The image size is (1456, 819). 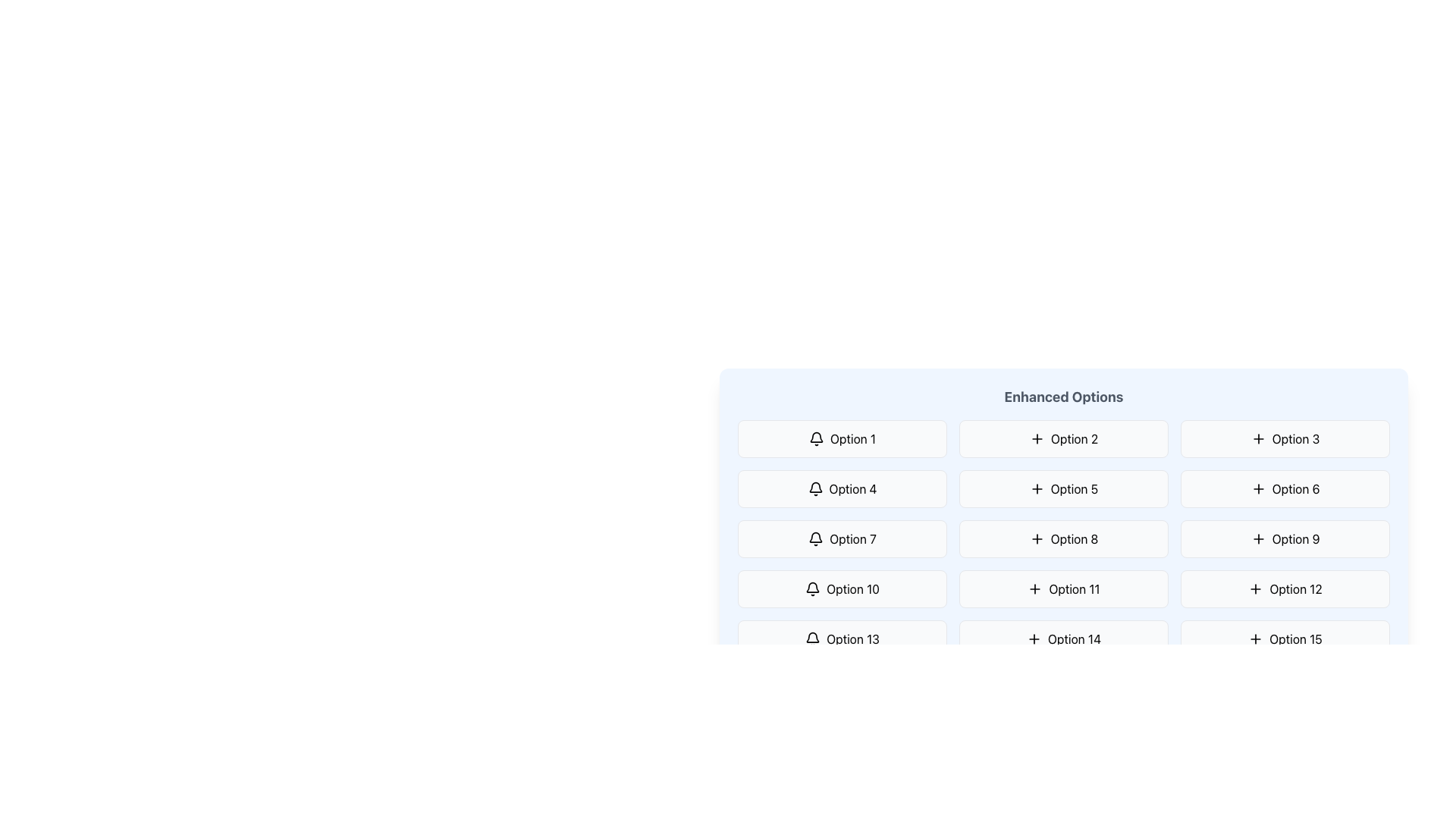 I want to click on the button labeled 'Option 10' which is the last item in the fourth row of a grid layout, located below 'Option 7' and to the left of 'Option 11', so click(x=841, y=588).